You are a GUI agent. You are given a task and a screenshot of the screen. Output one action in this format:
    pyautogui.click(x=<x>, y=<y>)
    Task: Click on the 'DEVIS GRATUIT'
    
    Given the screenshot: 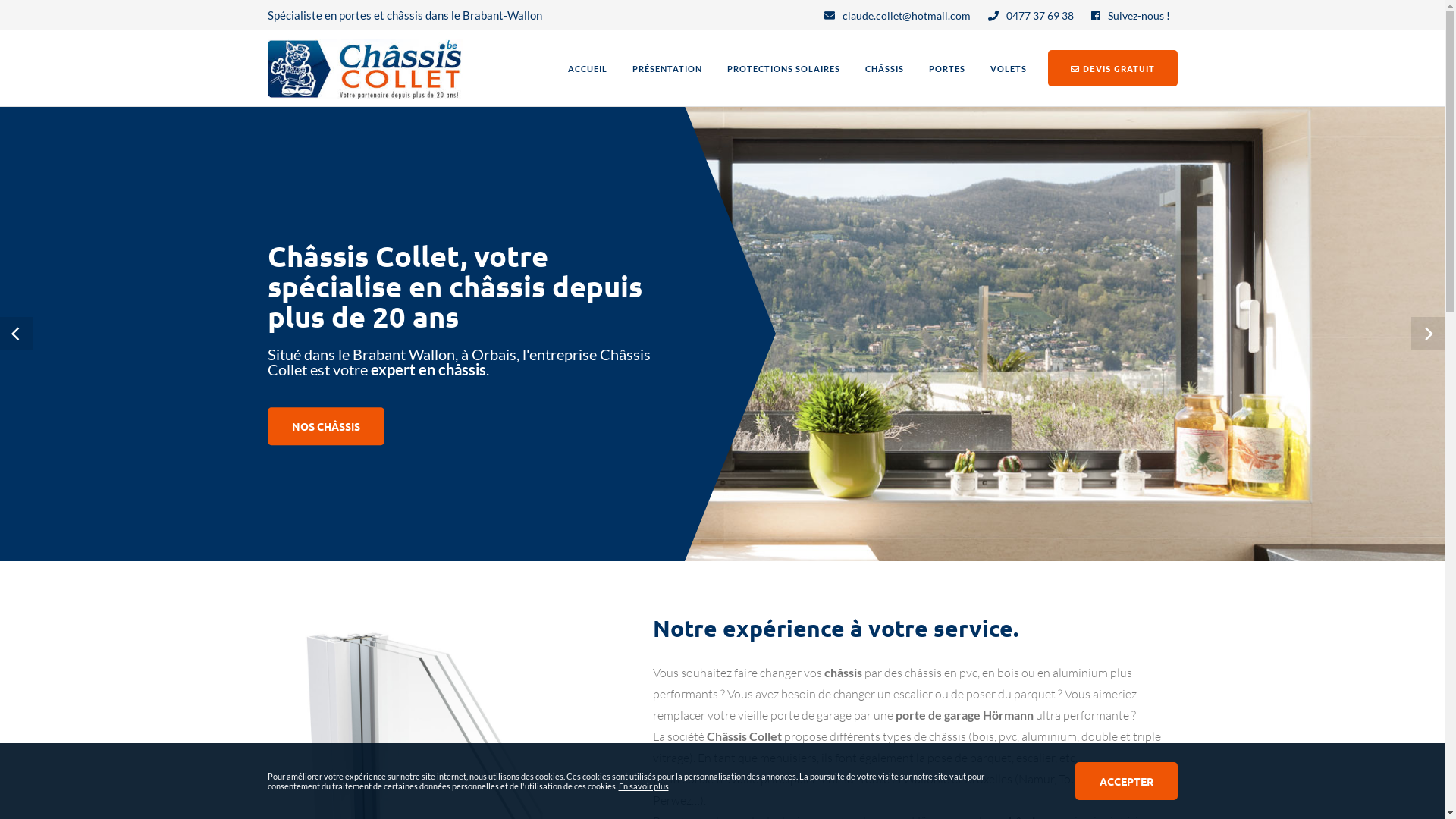 What is the action you would take?
    pyautogui.click(x=1112, y=67)
    